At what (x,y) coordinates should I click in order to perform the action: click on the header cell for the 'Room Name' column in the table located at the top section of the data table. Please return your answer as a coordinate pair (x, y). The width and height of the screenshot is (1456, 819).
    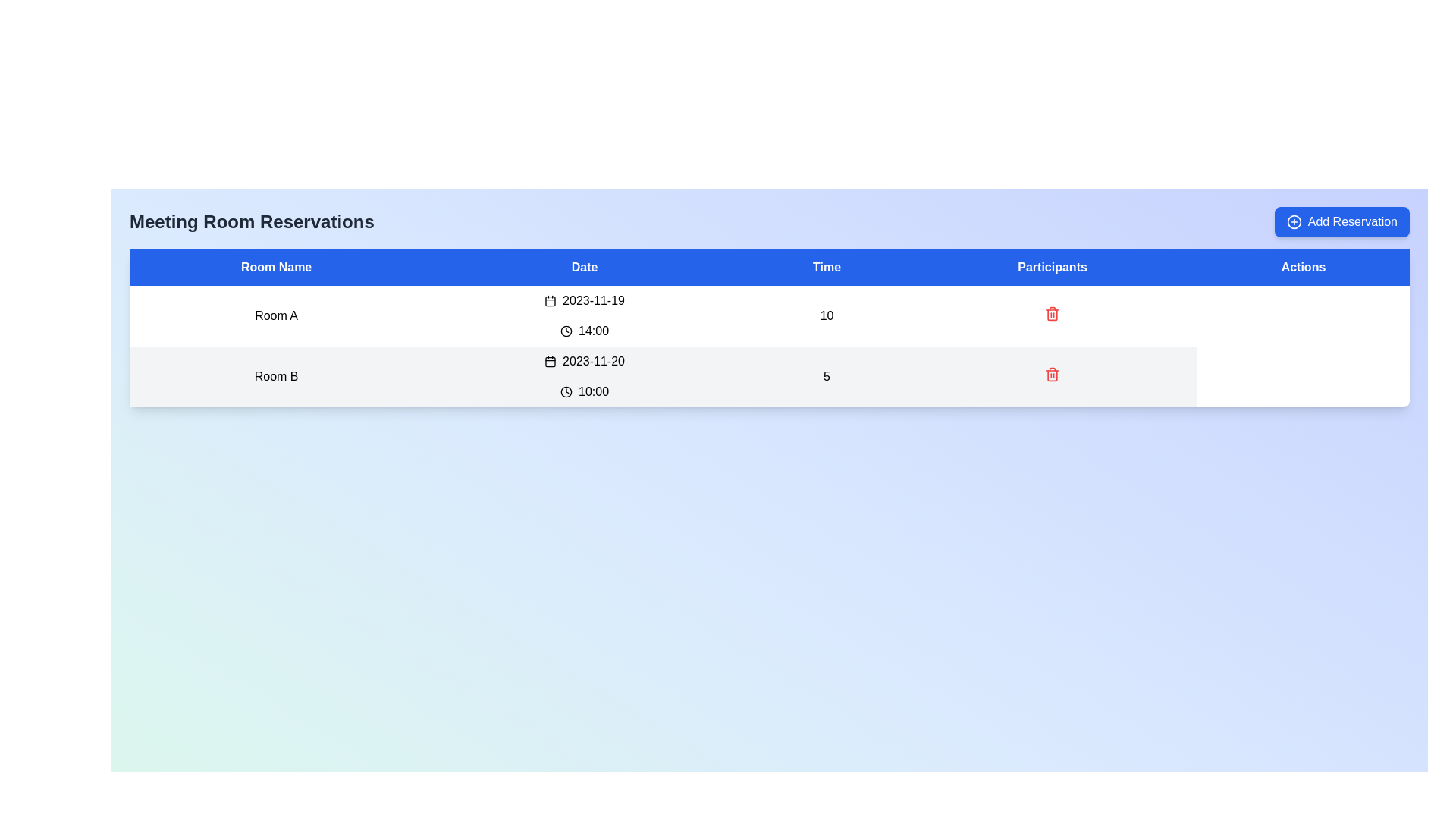
    Looking at the image, I should click on (276, 267).